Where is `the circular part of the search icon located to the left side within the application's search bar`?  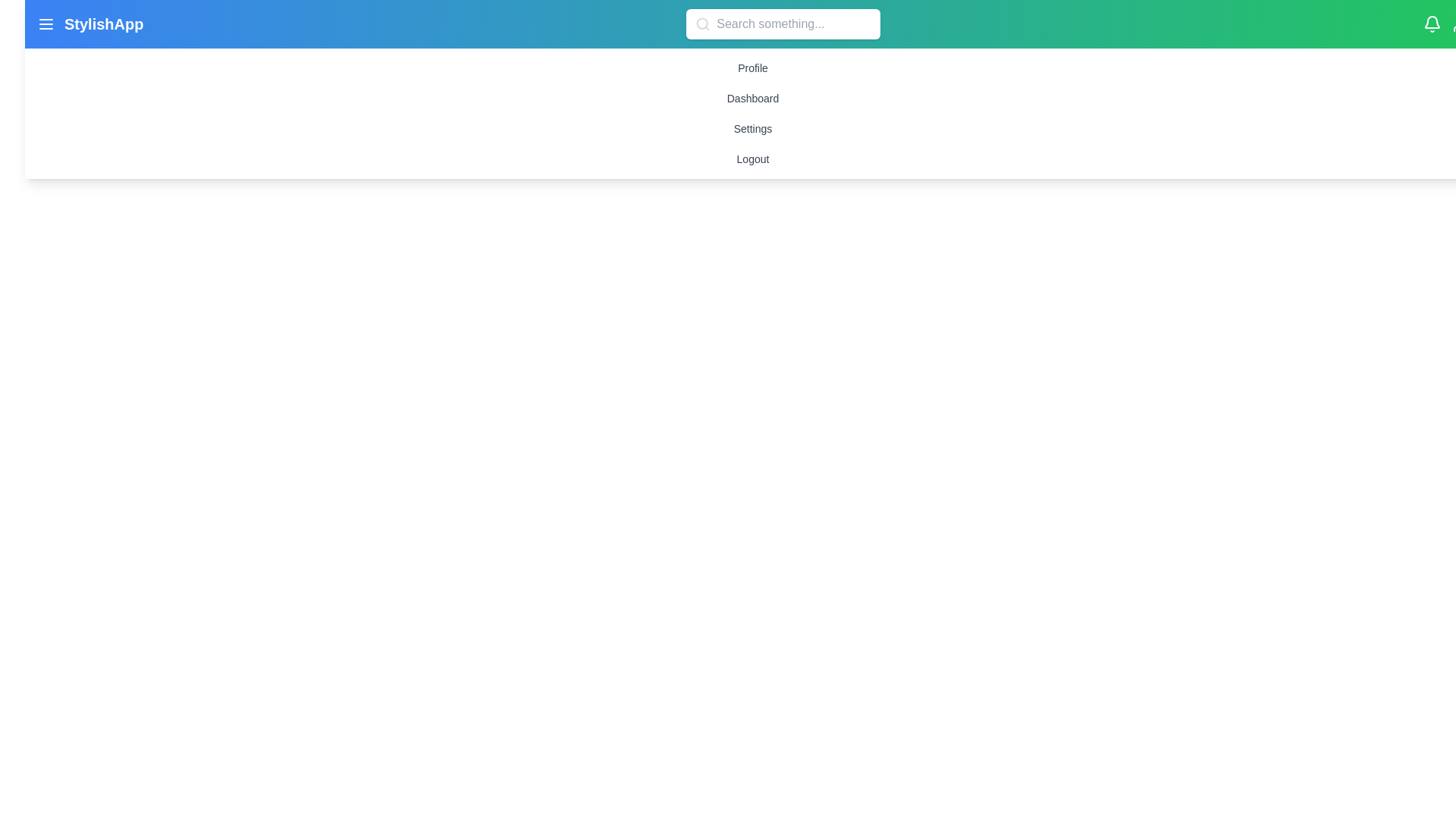 the circular part of the search icon located to the left side within the application's search bar is located at coordinates (701, 24).